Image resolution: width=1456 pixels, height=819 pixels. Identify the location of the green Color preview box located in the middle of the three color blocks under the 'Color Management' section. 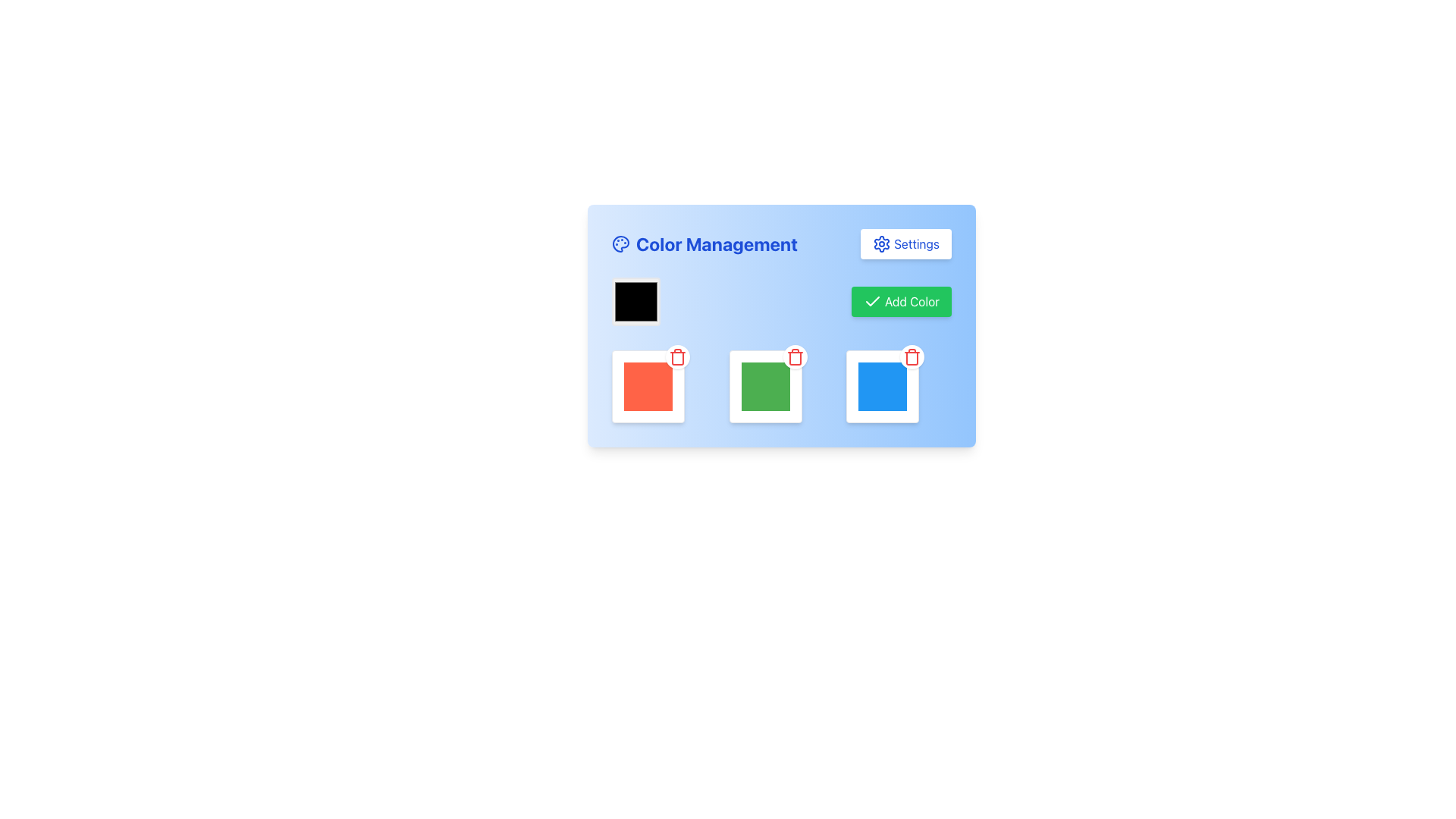
(765, 385).